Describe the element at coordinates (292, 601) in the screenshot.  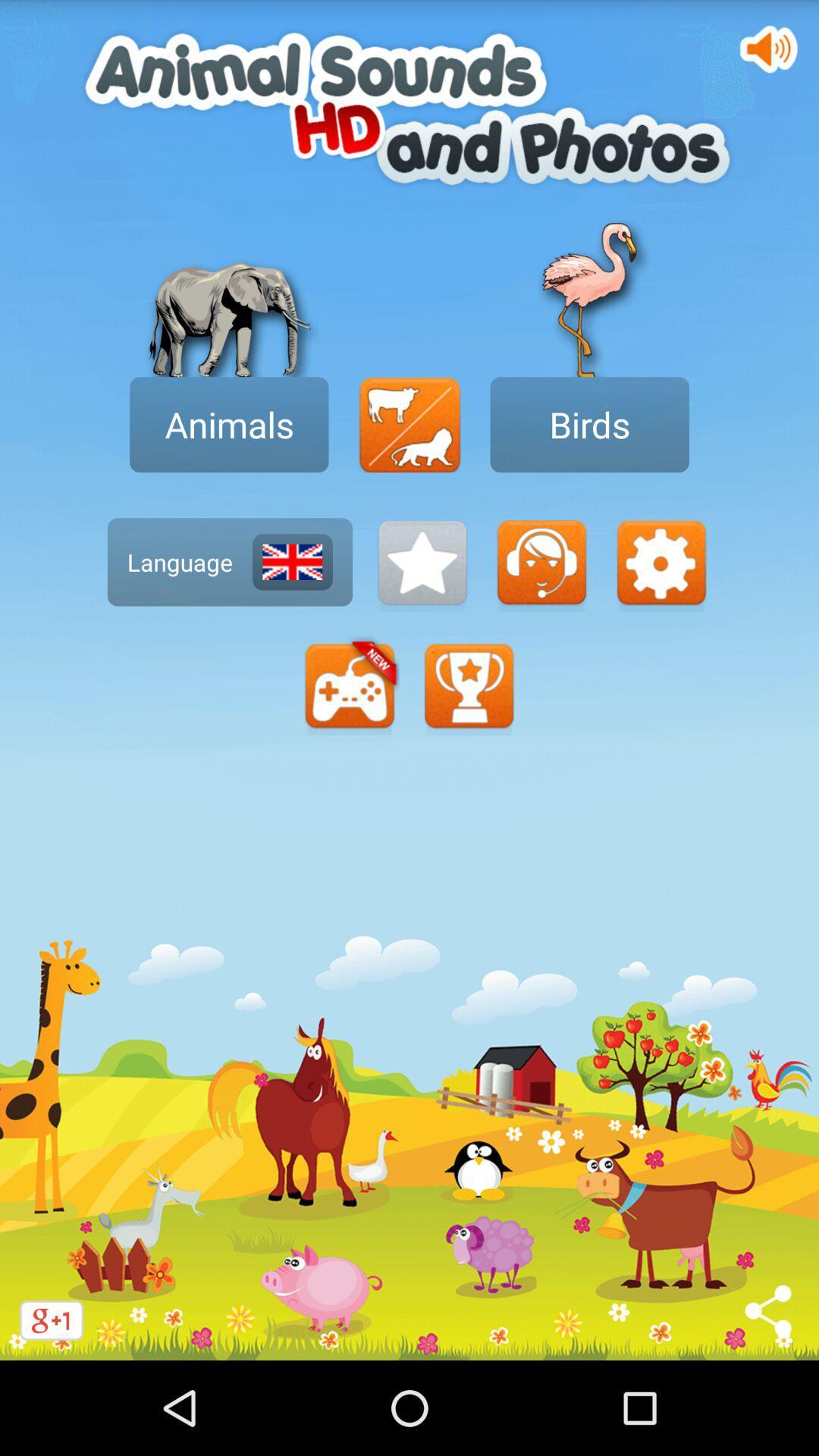
I see `the national_flag icon` at that location.